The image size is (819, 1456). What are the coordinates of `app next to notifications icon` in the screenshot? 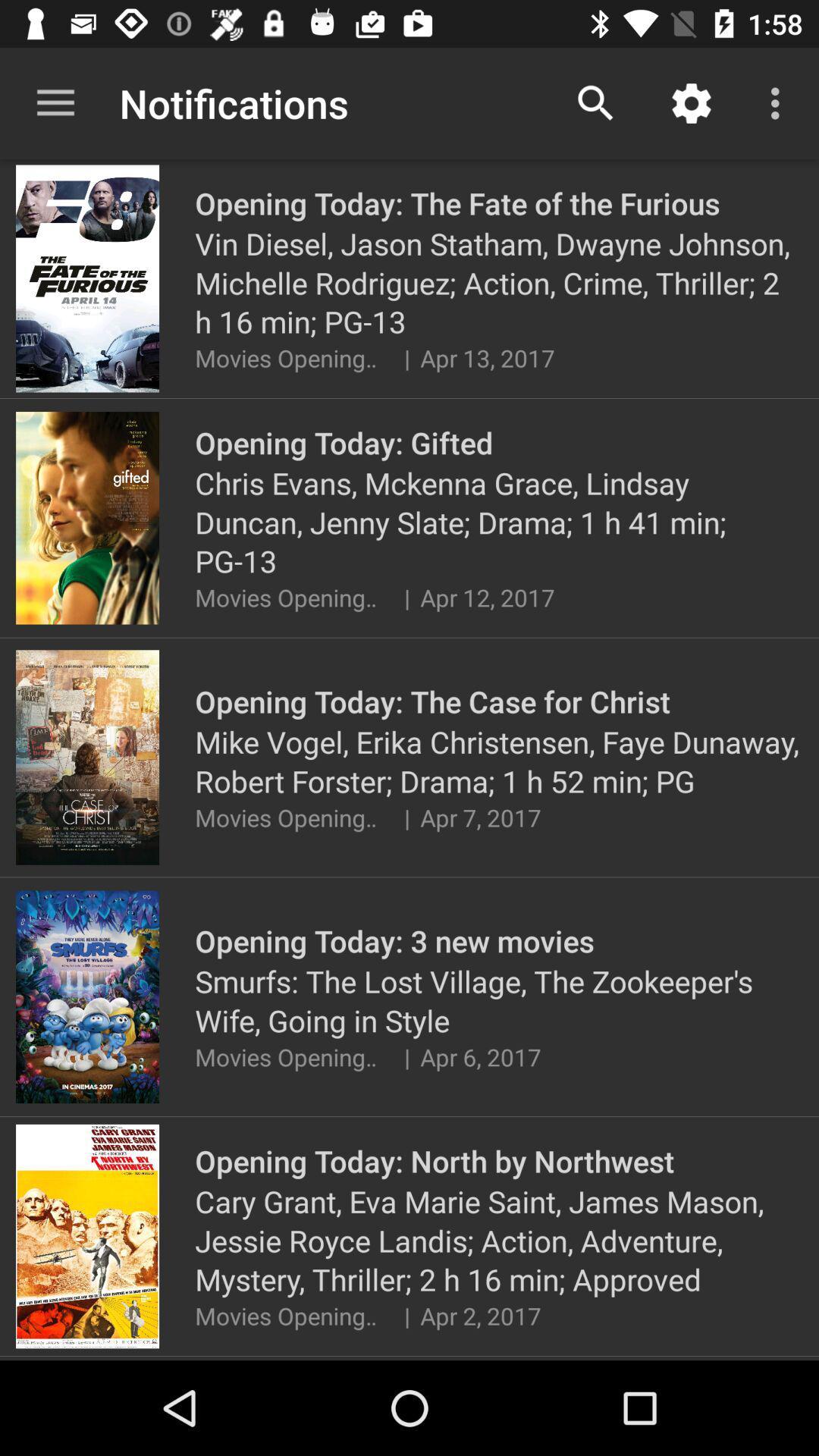 It's located at (55, 102).